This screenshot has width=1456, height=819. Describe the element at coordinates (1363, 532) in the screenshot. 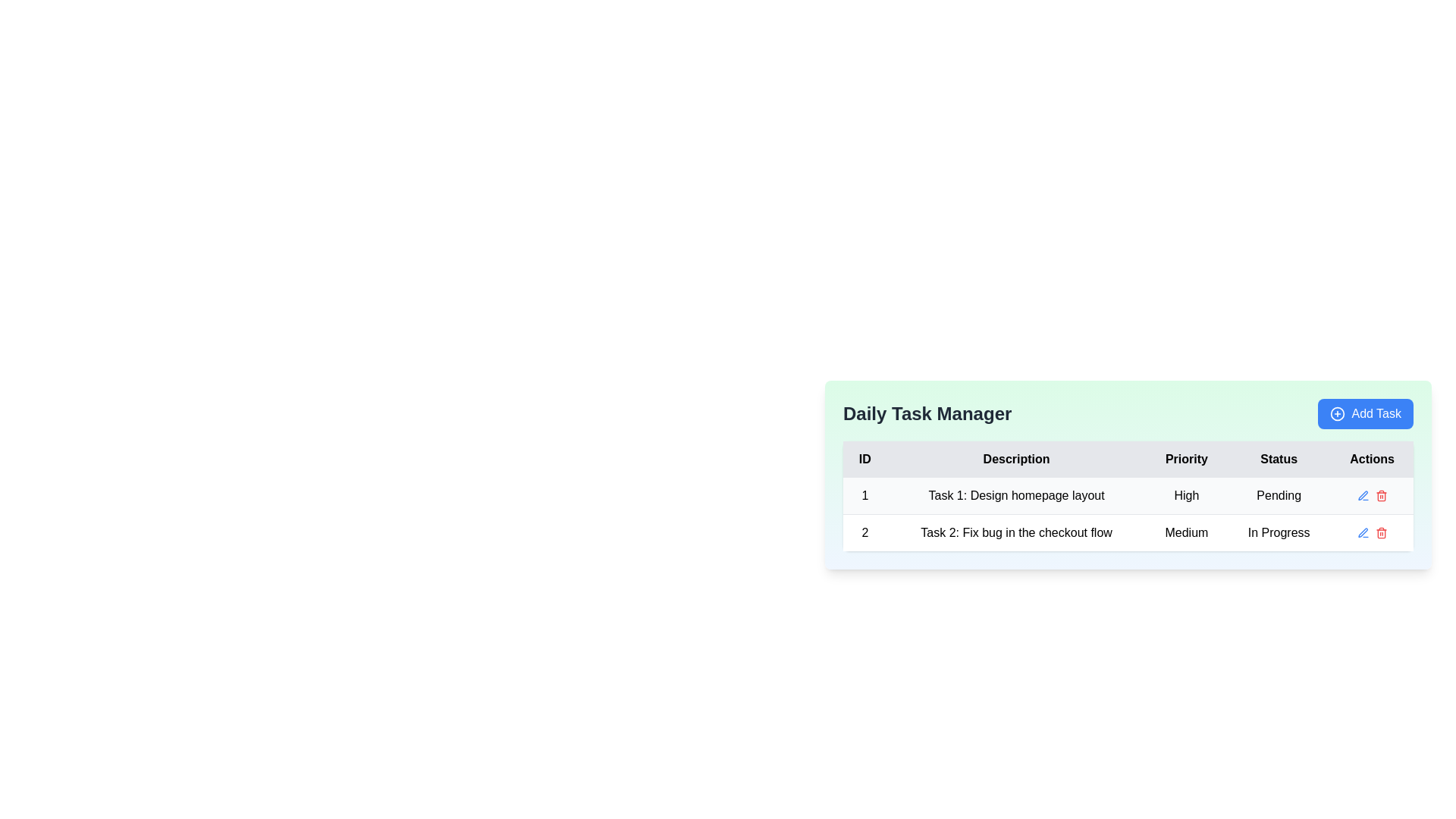

I see `the editing icon button in the second row of the 'Actions' column of the 'Daily Task Manager' table` at that location.